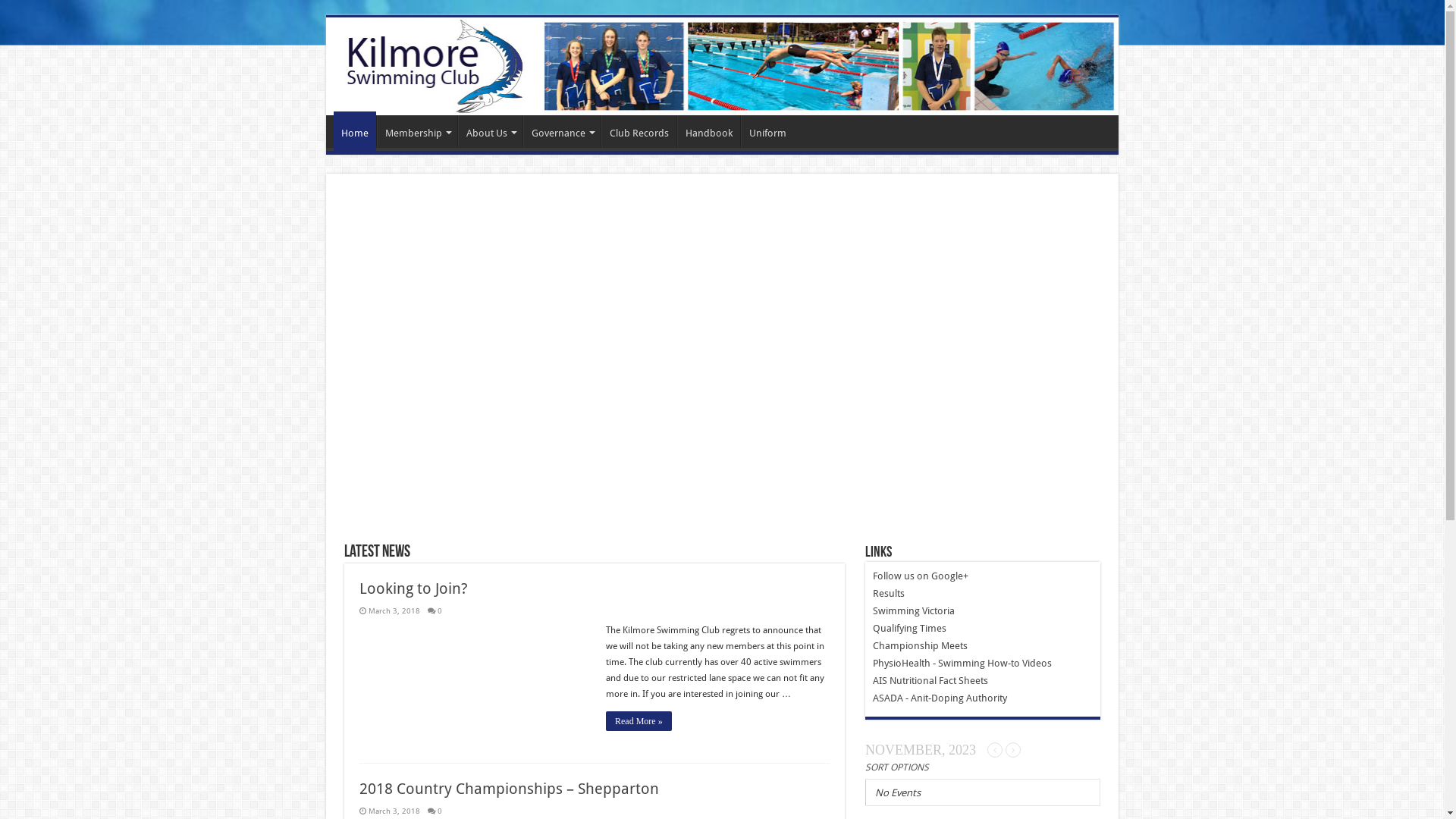 Image resolution: width=1456 pixels, height=819 pixels. What do you see at coordinates (600, 130) in the screenshot?
I see `'Club Records'` at bounding box center [600, 130].